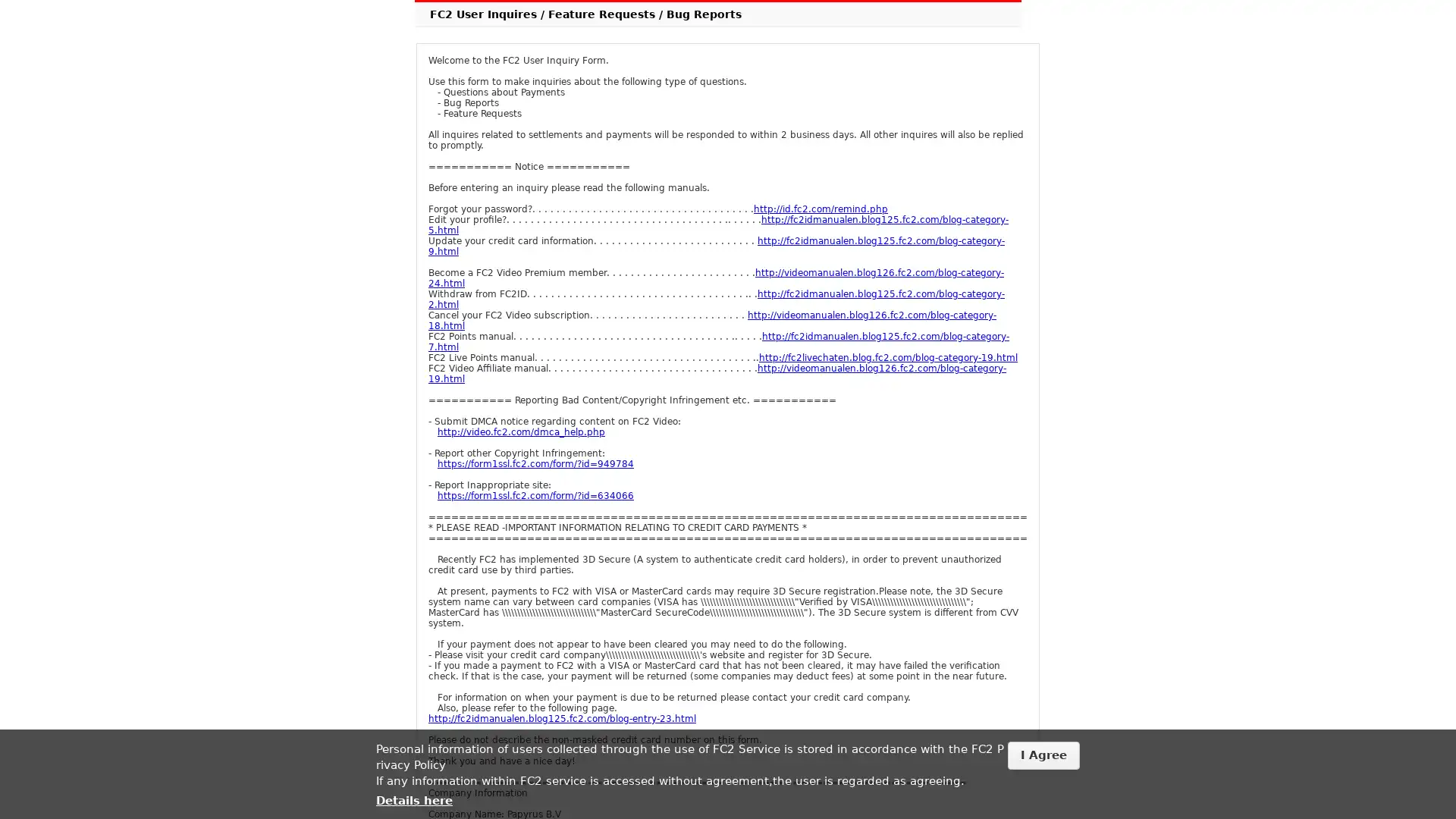  Describe the element at coordinates (1043, 755) in the screenshot. I see `I Agree` at that location.